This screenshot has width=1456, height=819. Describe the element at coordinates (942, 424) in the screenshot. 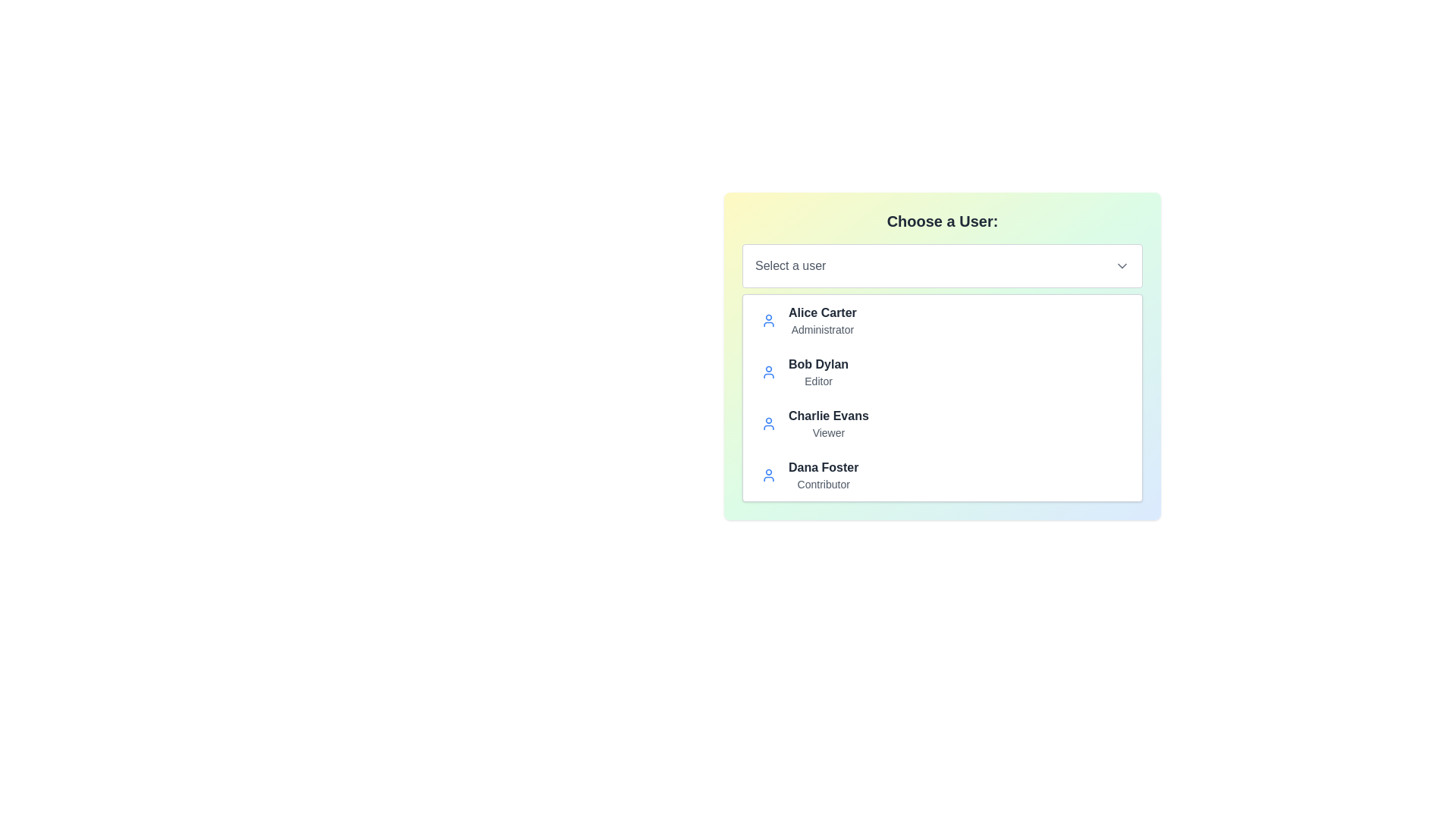

I see `the selectable user profile 'Charlie Evans' in the dropdown menu for additional details` at that location.